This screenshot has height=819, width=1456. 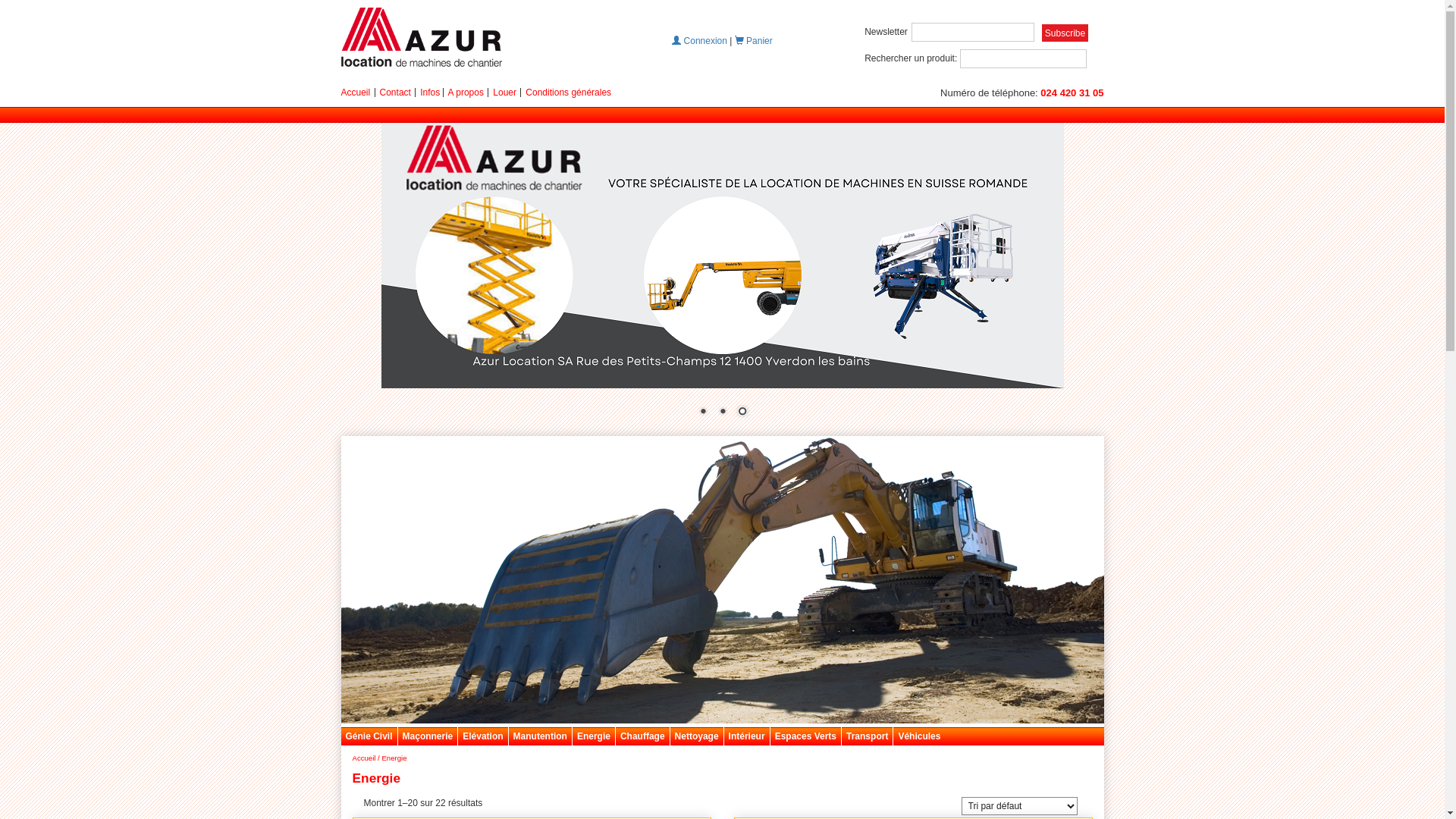 I want to click on '1', so click(x=701, y=413).